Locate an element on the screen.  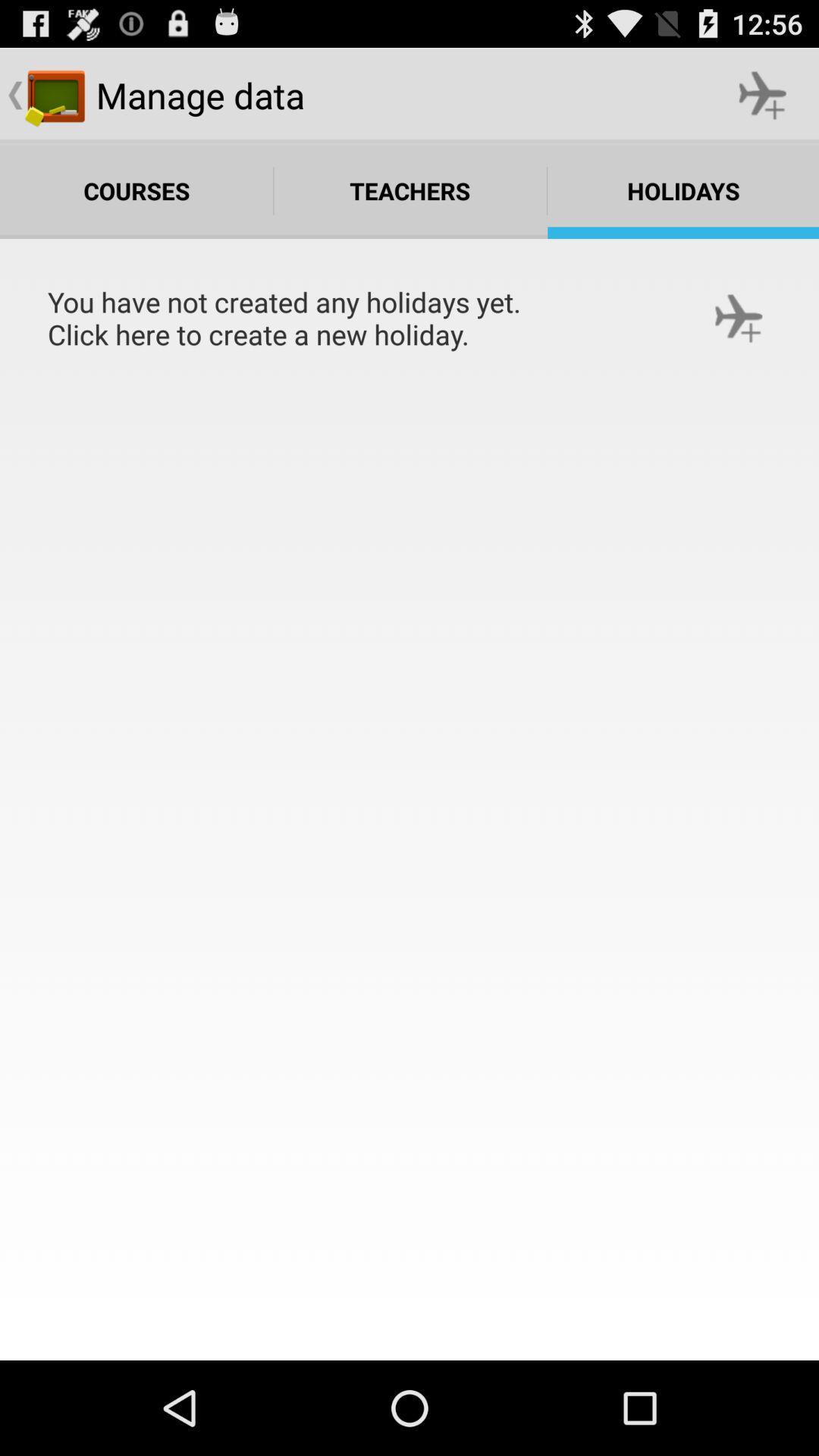
the item to the right of manage data app is located at coordinates (763, 94).